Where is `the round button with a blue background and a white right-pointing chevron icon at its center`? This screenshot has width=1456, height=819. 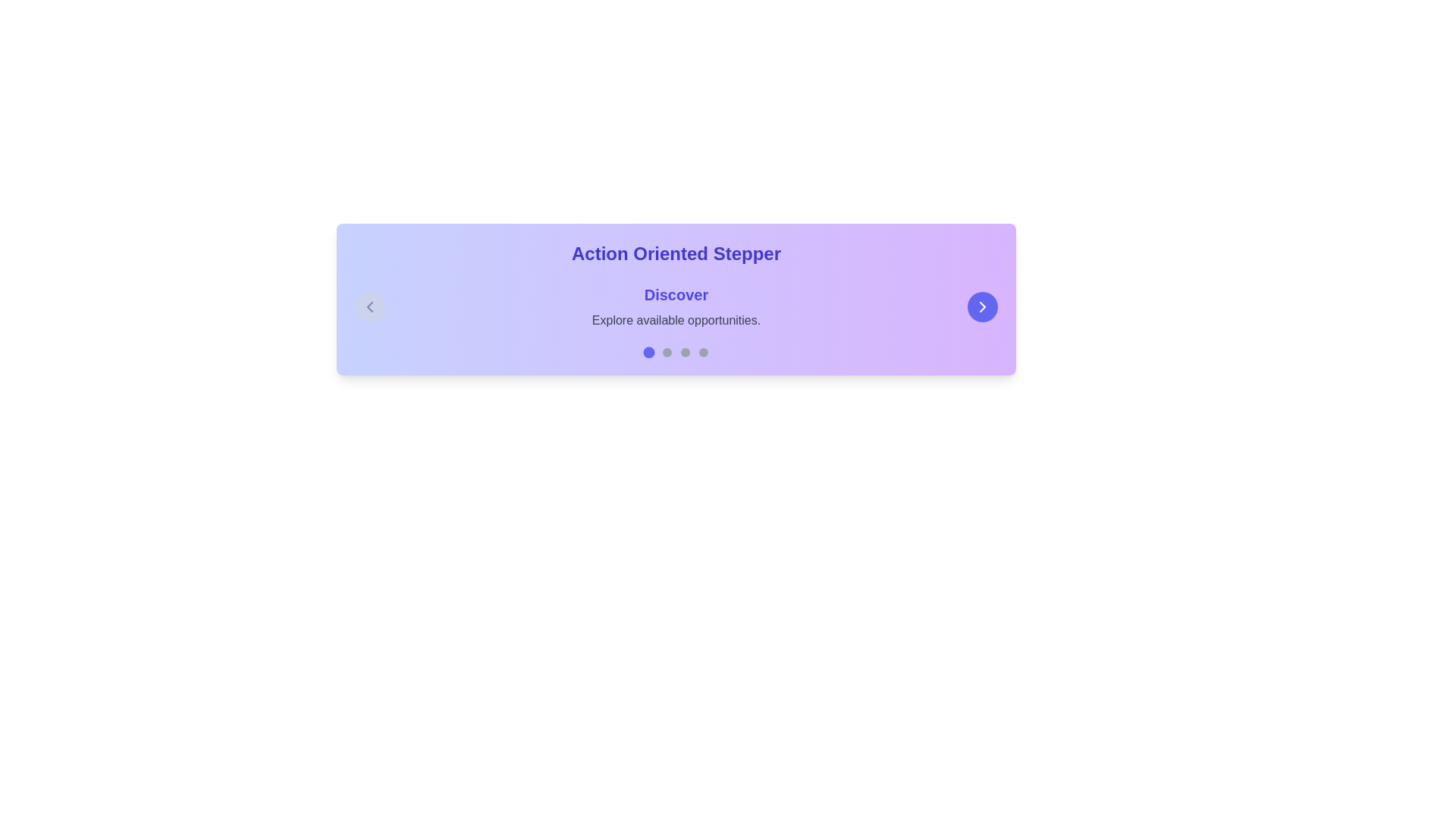
the round button with a blue background and a white right-pointing chevron icon at its center is located at coordinates (983, 307).